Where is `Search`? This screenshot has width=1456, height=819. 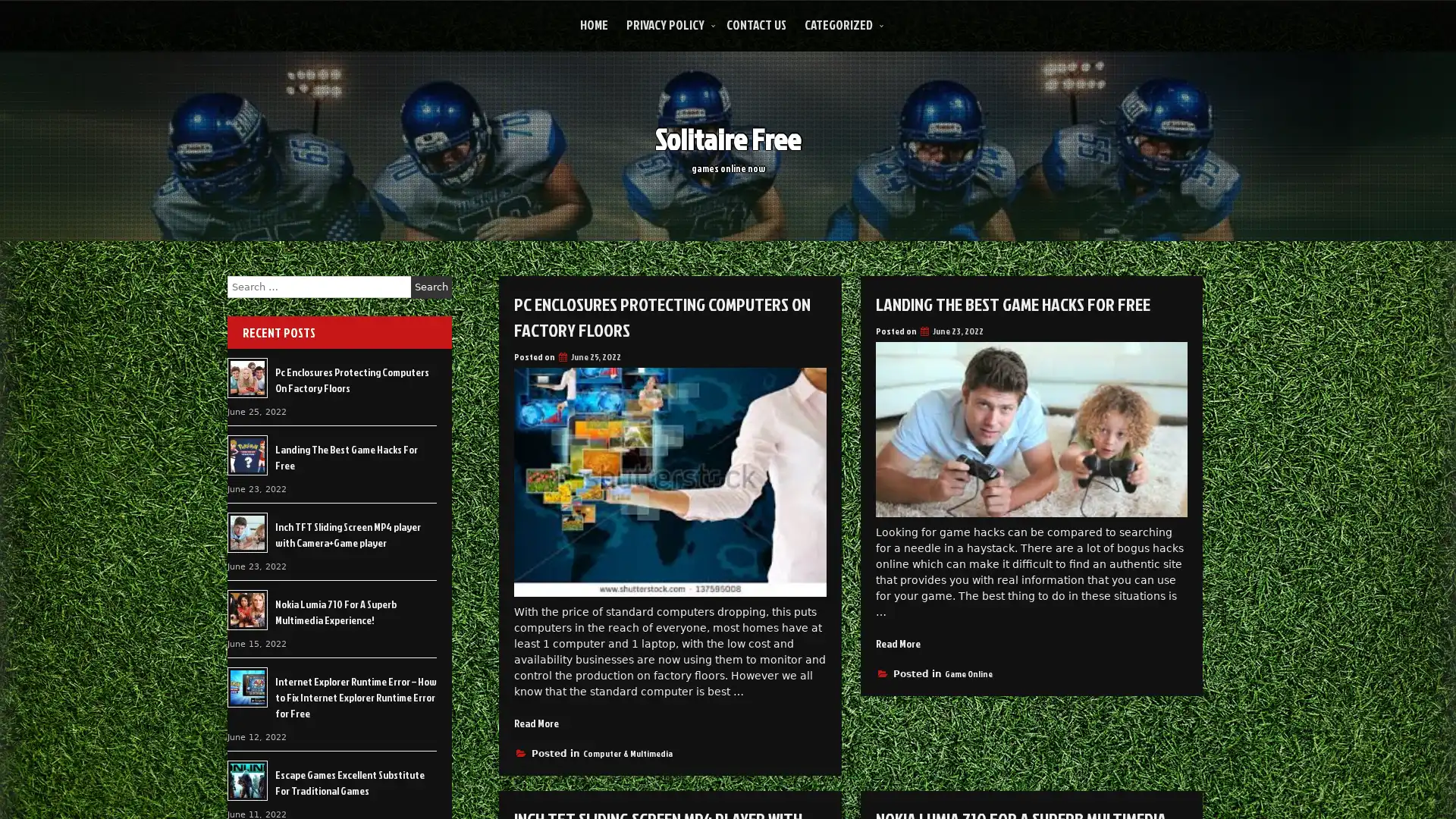
Search is located at coordinates (431, 287).